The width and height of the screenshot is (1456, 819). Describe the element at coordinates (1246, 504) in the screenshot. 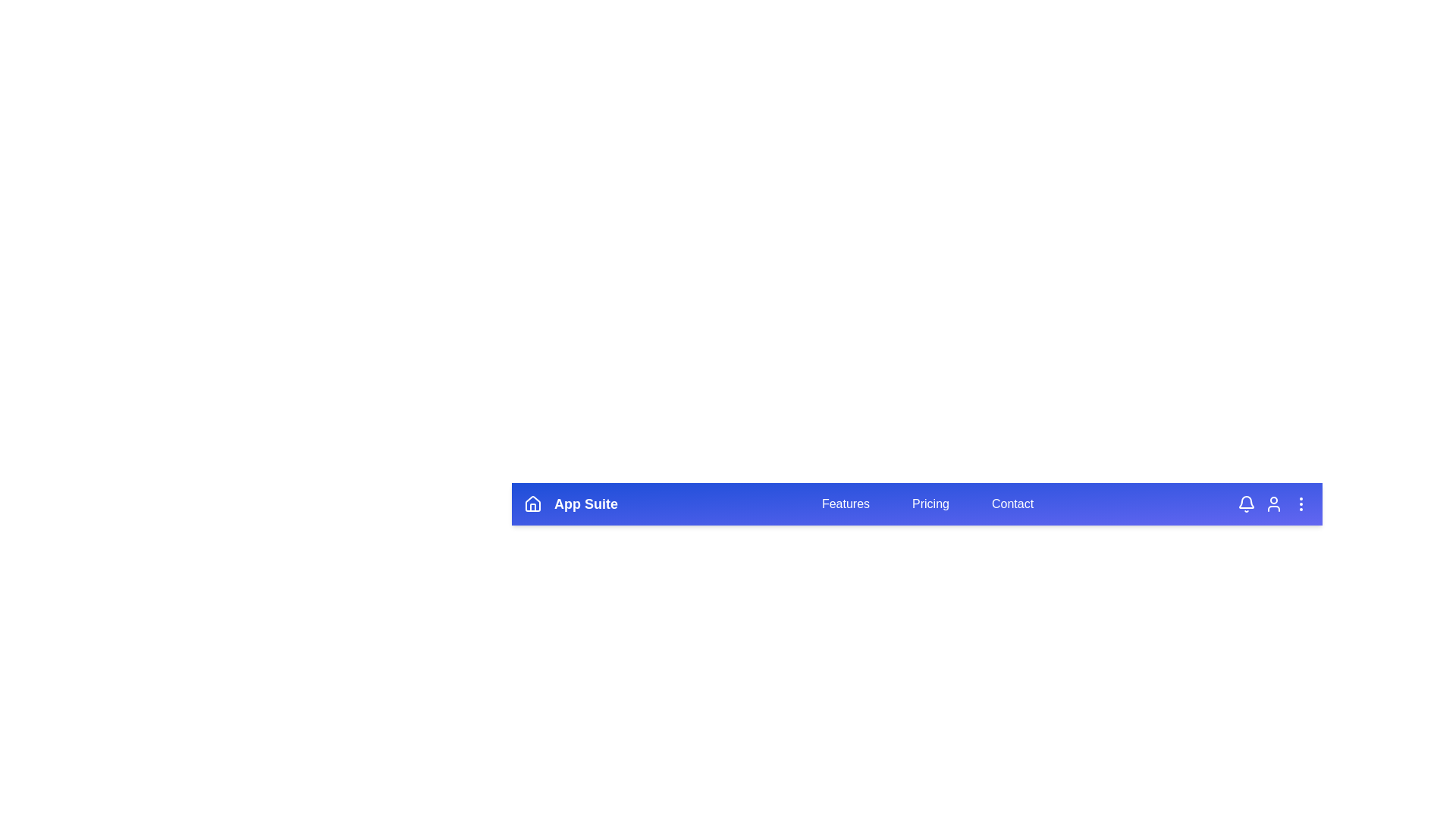

I see `the bell icon to view notifications` at that location.